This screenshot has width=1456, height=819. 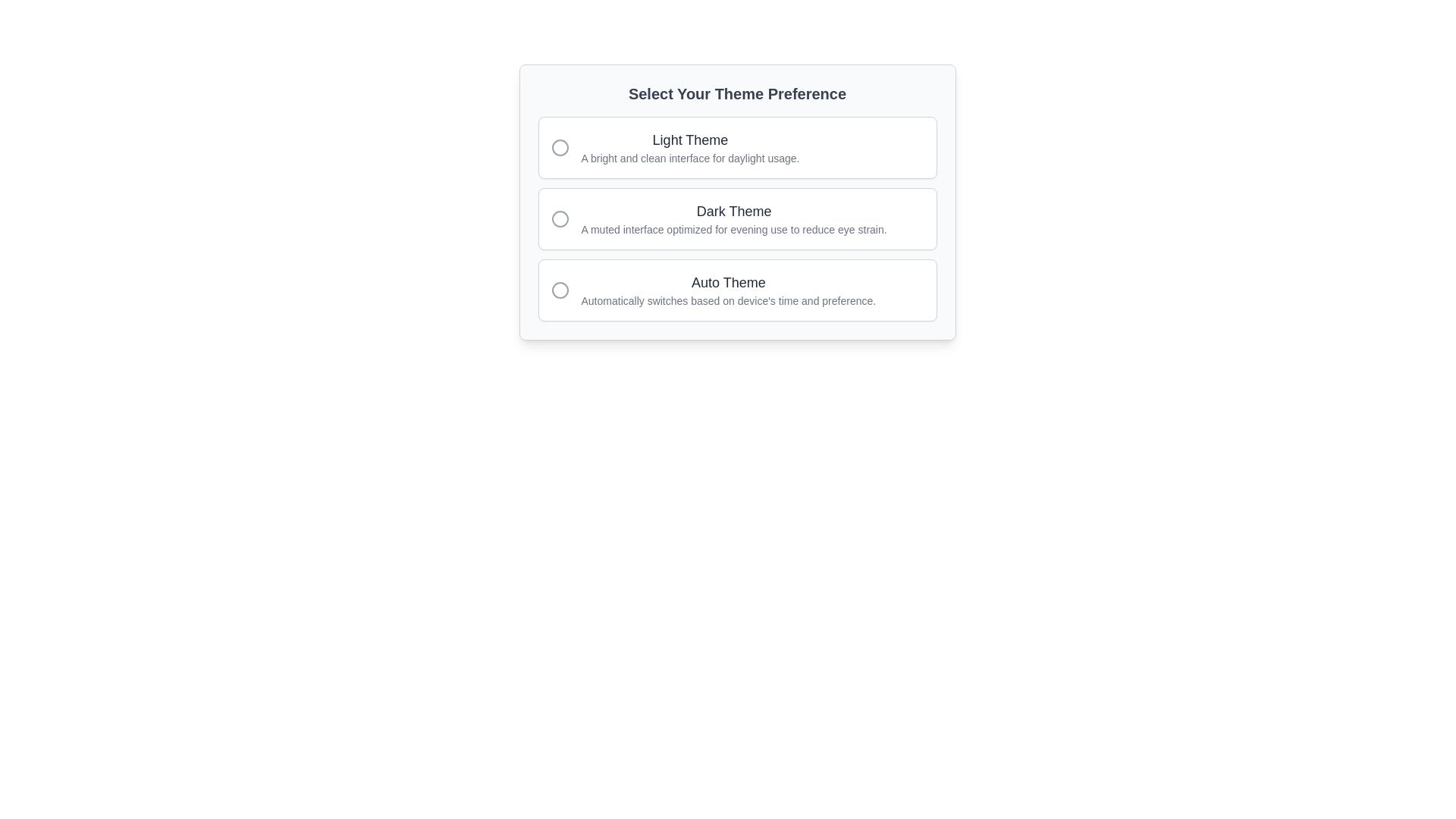 I want to click on the inner circle of the icon located under the 'Auto Theme' label in the third row of the theme selection options, so click(x=559, y=290).